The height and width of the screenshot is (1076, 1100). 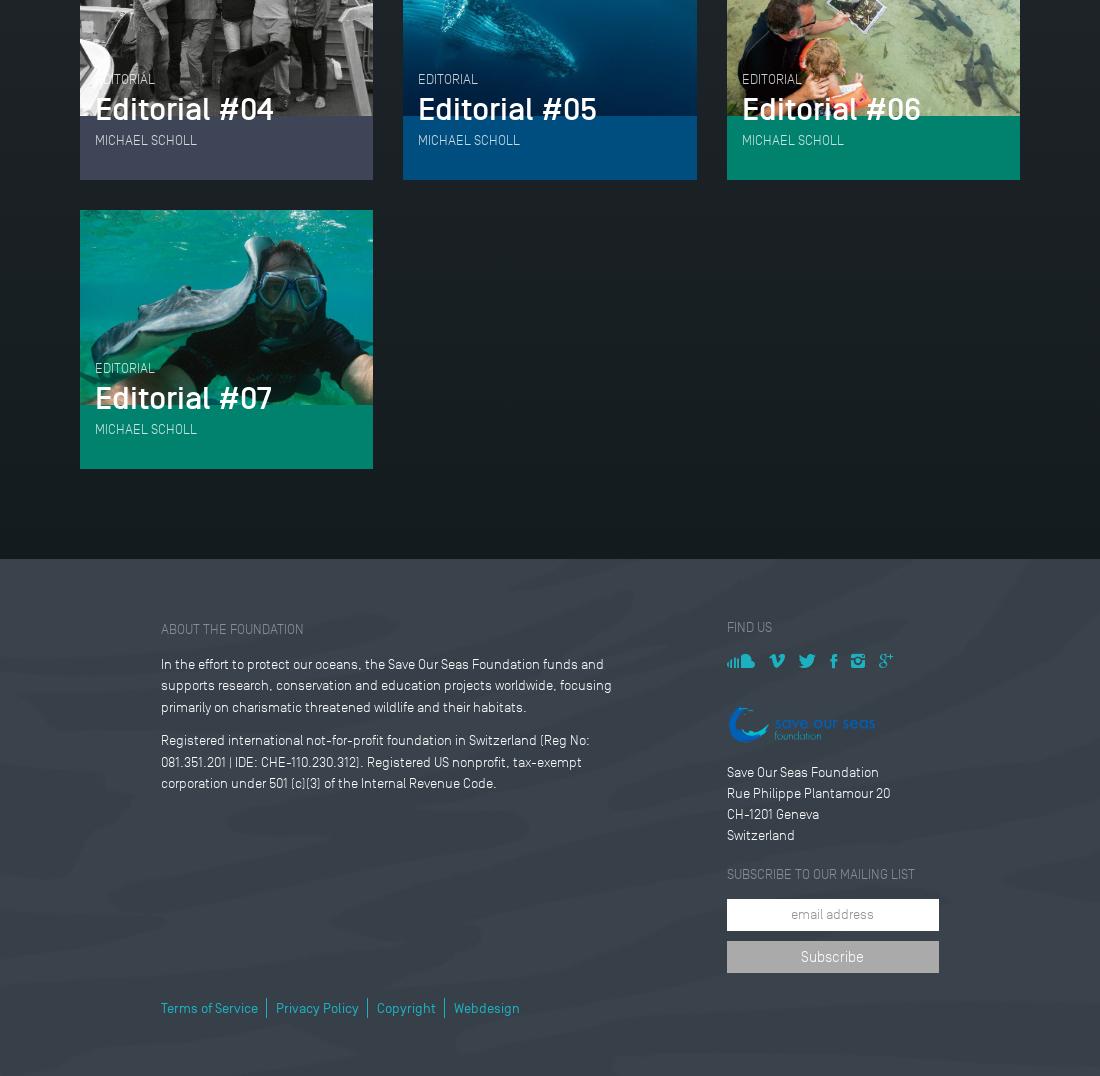 I want to click on 'Registered international not-for-profit foundation in Switzerland (Reg No: 081.351.201 | IDE: CHE-110.230.312). Registered US nonprofit, tax-exempt corporation under 501 (c)(3) of the Internal Revenue Code.', so click(x=374, y=760).